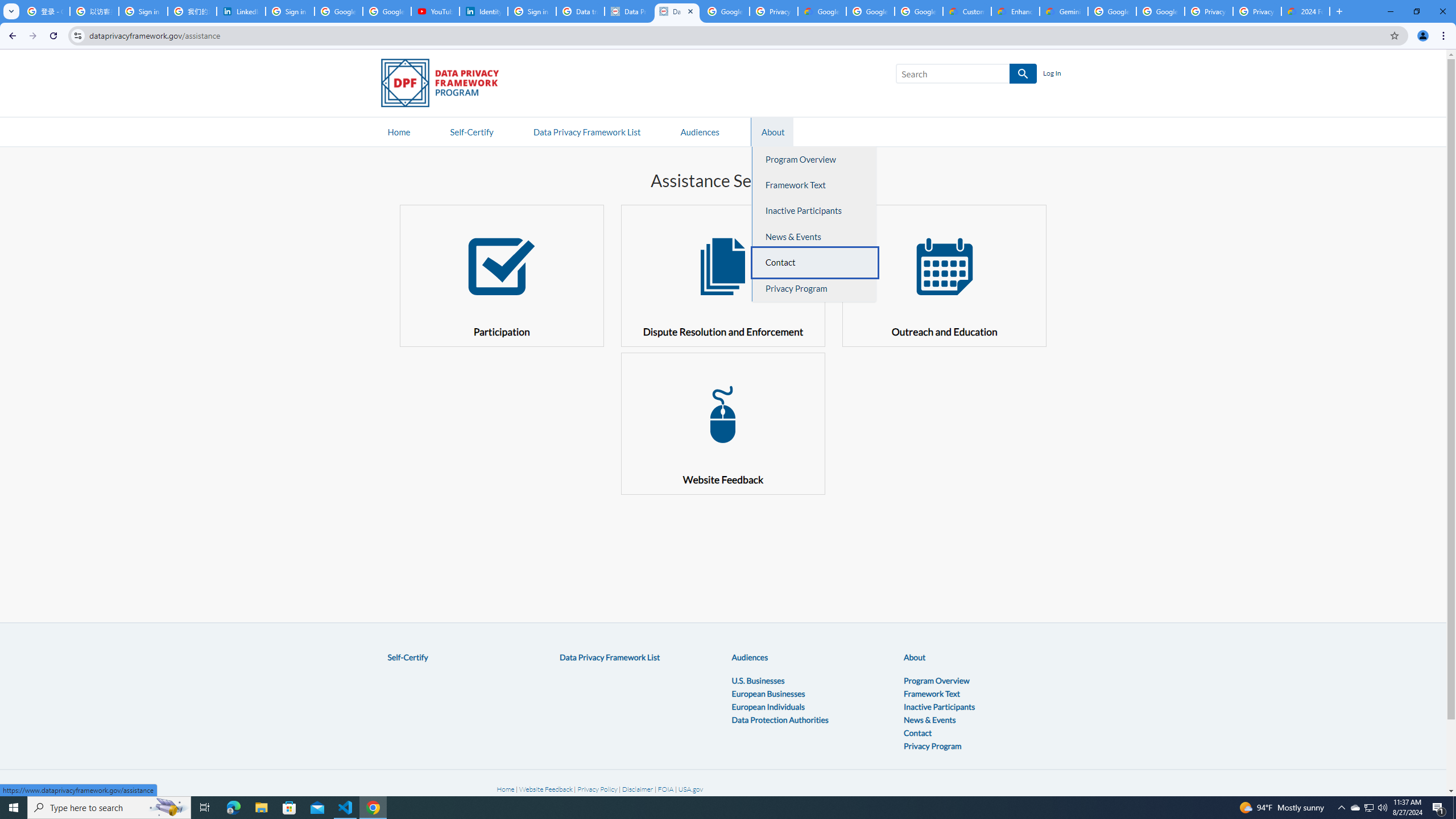 This screenshot has height=819, width=1456. What do you see at coordinates (1111, 11) in the screenshot?
I see `'Google Cloud Platform'` at bounding box center [1111, 11].